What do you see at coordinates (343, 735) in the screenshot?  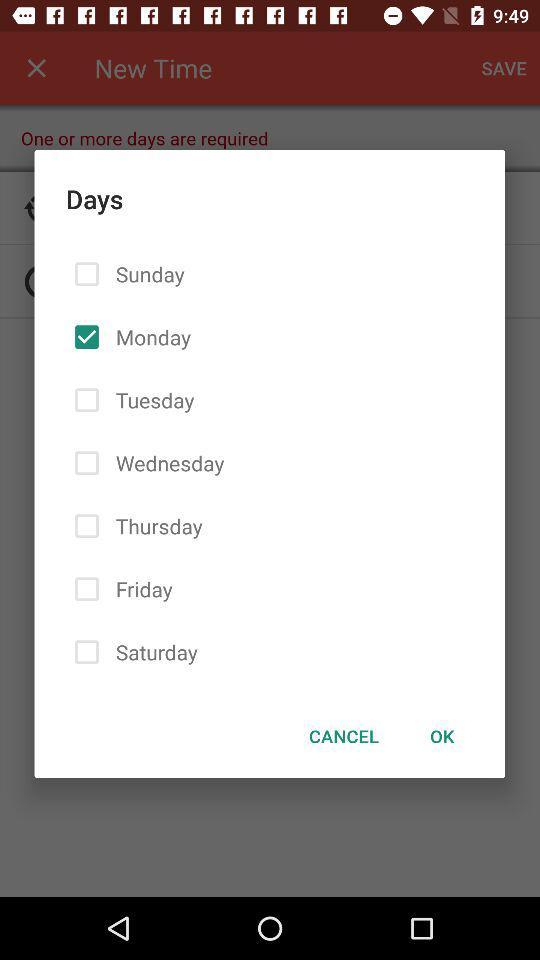 I see `the icon next to ok` at bounding box center [343, 735].